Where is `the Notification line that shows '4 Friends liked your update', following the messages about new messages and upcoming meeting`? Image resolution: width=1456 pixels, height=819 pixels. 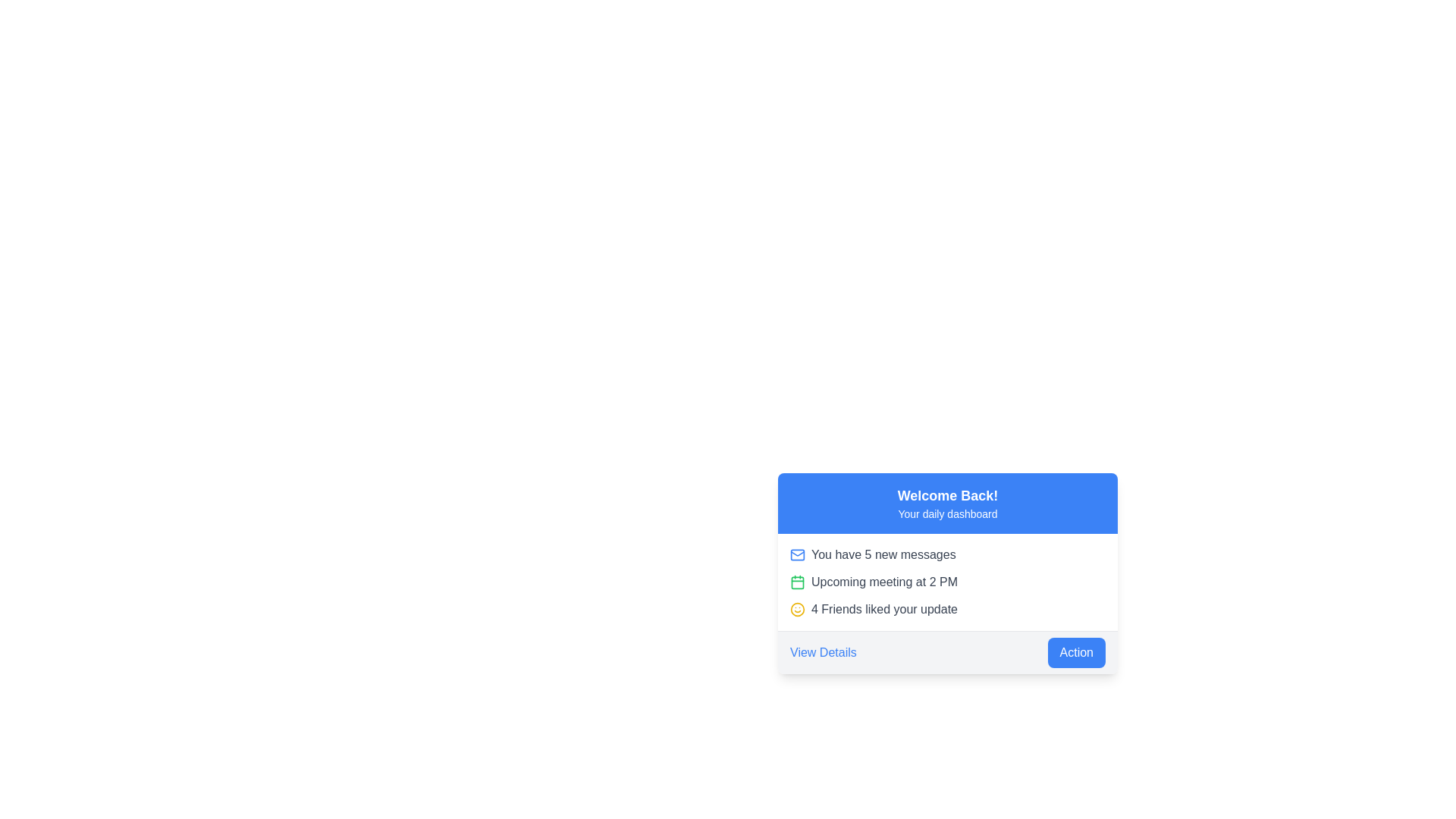
the Notification line that shows '4 Friends liked your update', following the messages about new messages and upcoming meeting is located at coordinates (946, 608).